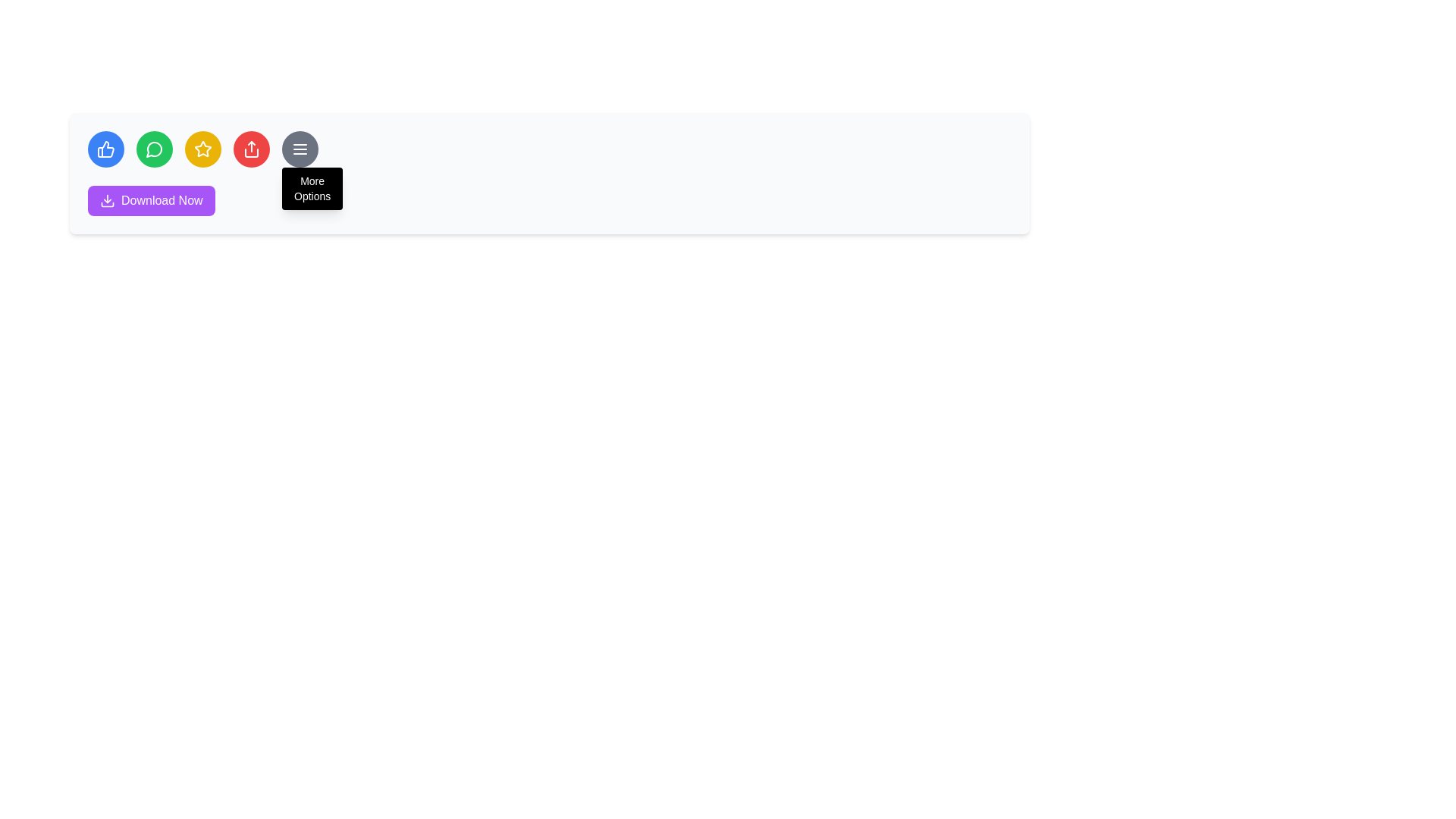 The width and height of the screenshot is (1456, 819). I want to click on the second icon from the left, which represents the messaging or commenting function, to initiate or open the message or comment box, so click(154, 149).